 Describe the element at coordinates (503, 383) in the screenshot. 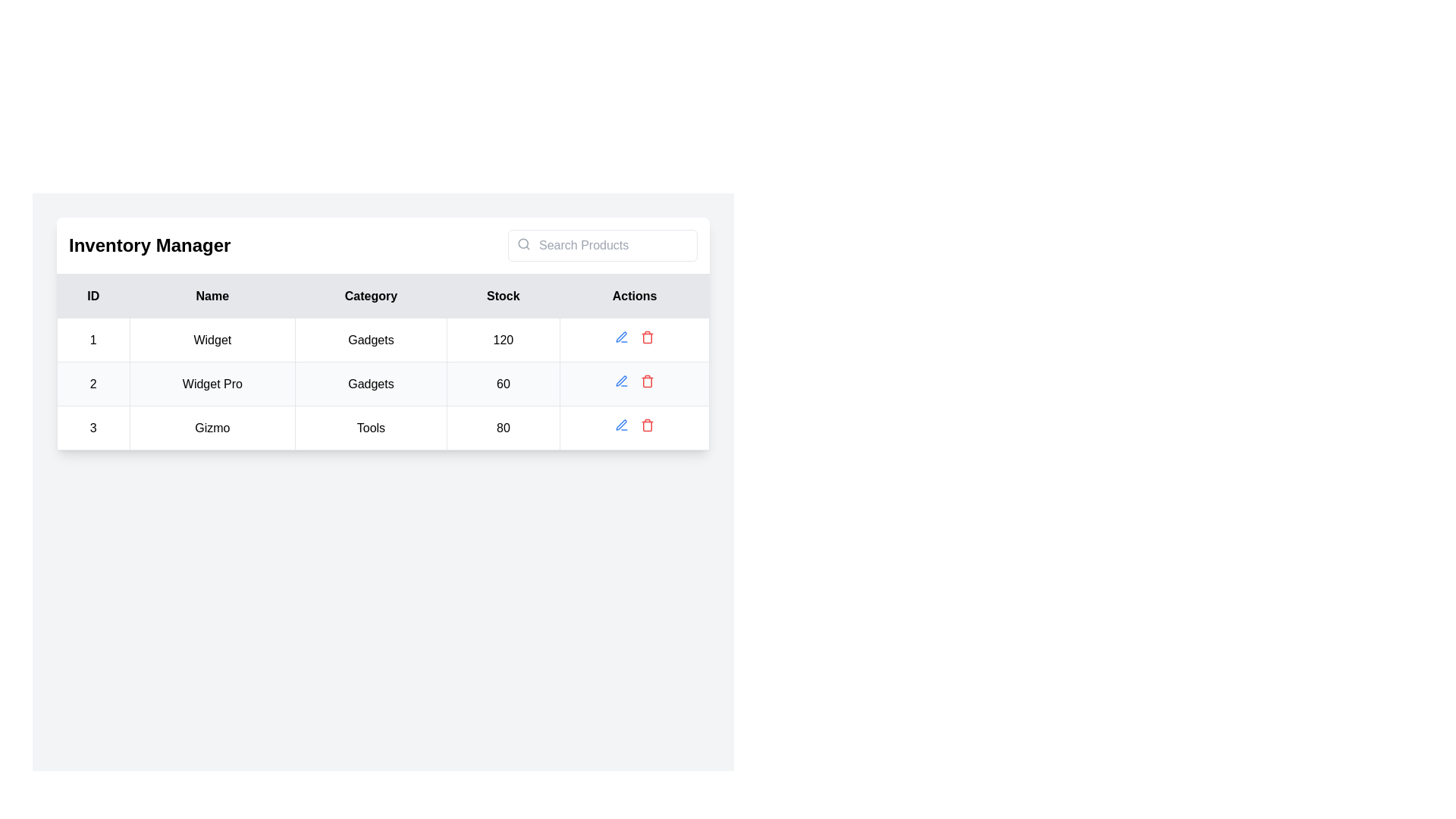

I see `the Text display field containing the text '60' in bold black font, located in the 'Stock' column of the 'Widget Pro' row in the table` at that location.